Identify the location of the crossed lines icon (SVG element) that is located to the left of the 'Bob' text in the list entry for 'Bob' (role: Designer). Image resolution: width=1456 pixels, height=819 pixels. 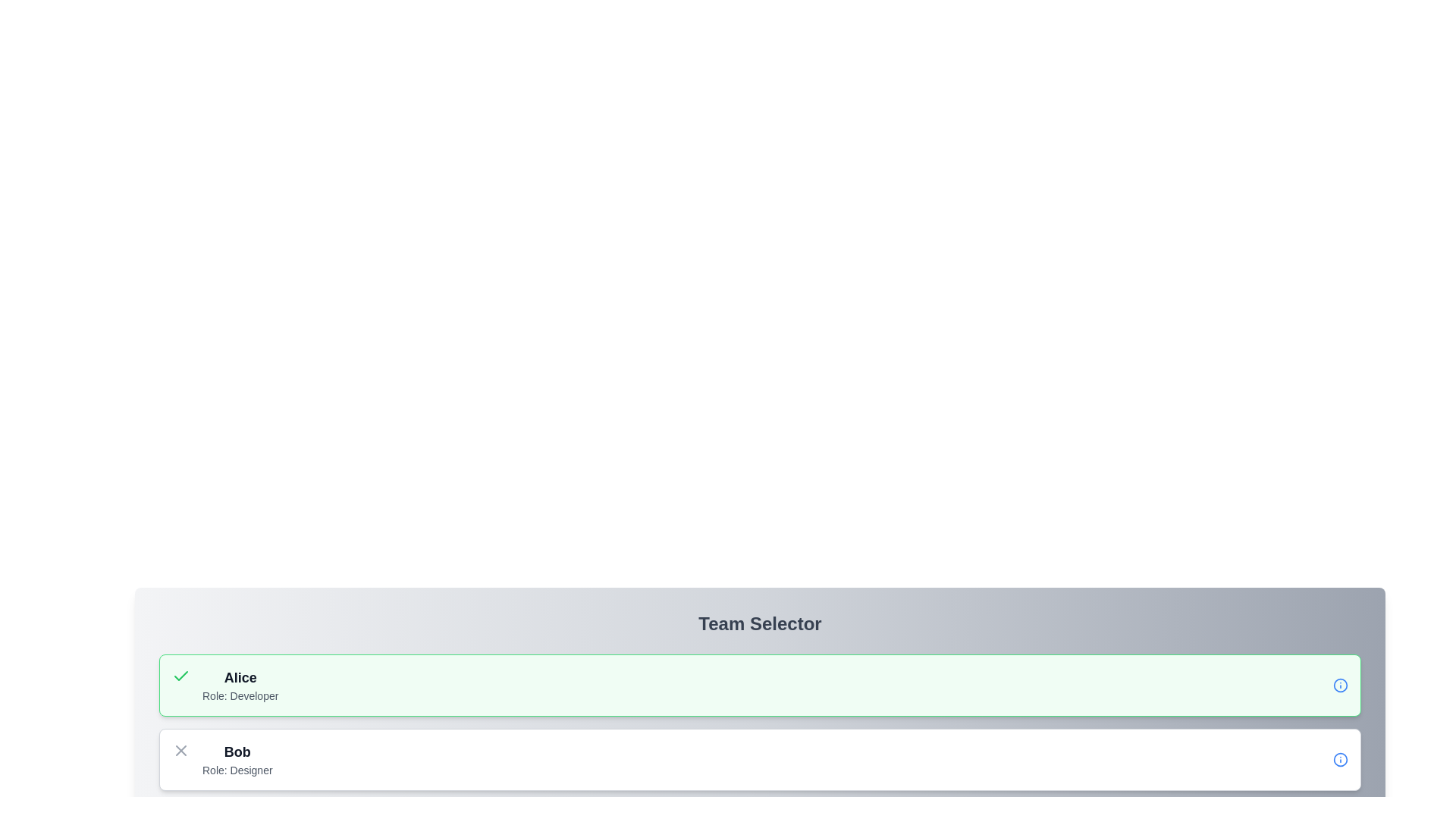
(181, 751).